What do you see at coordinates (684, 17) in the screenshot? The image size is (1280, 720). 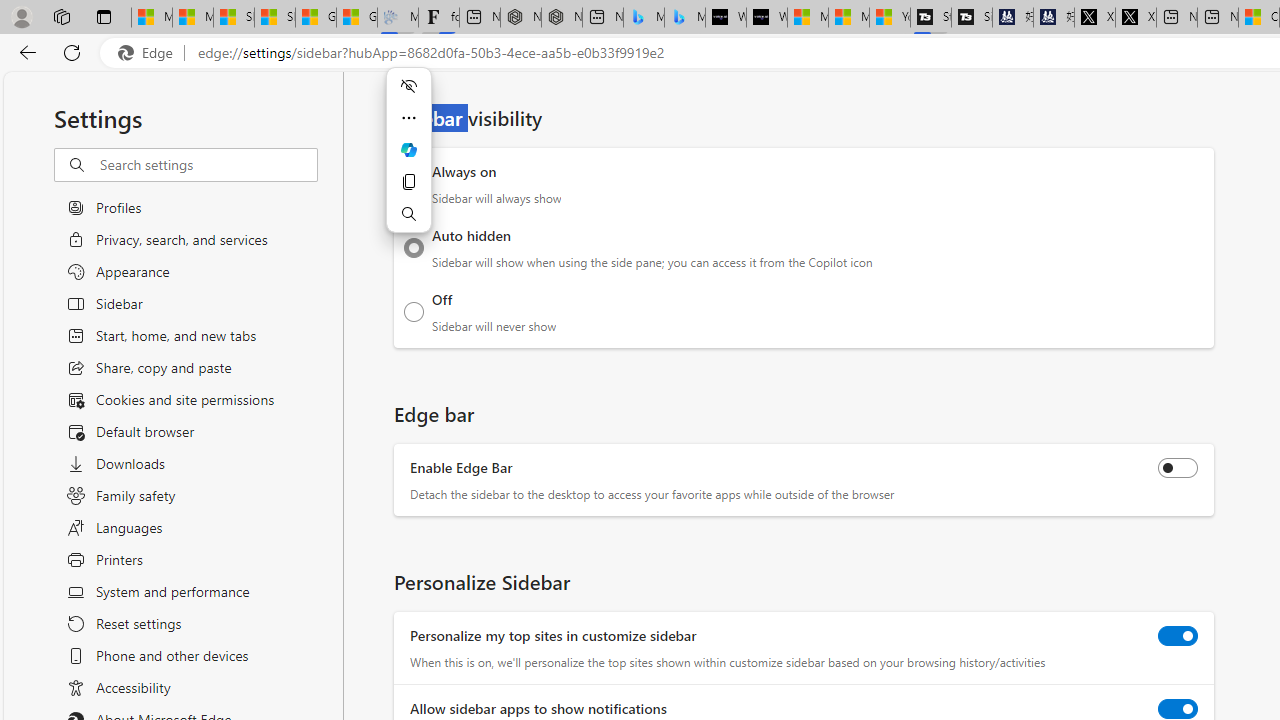 I see `'Microsoft Bing Travel - Shangri-La Hotel Bangkok'` at bounding box center [684, 17].